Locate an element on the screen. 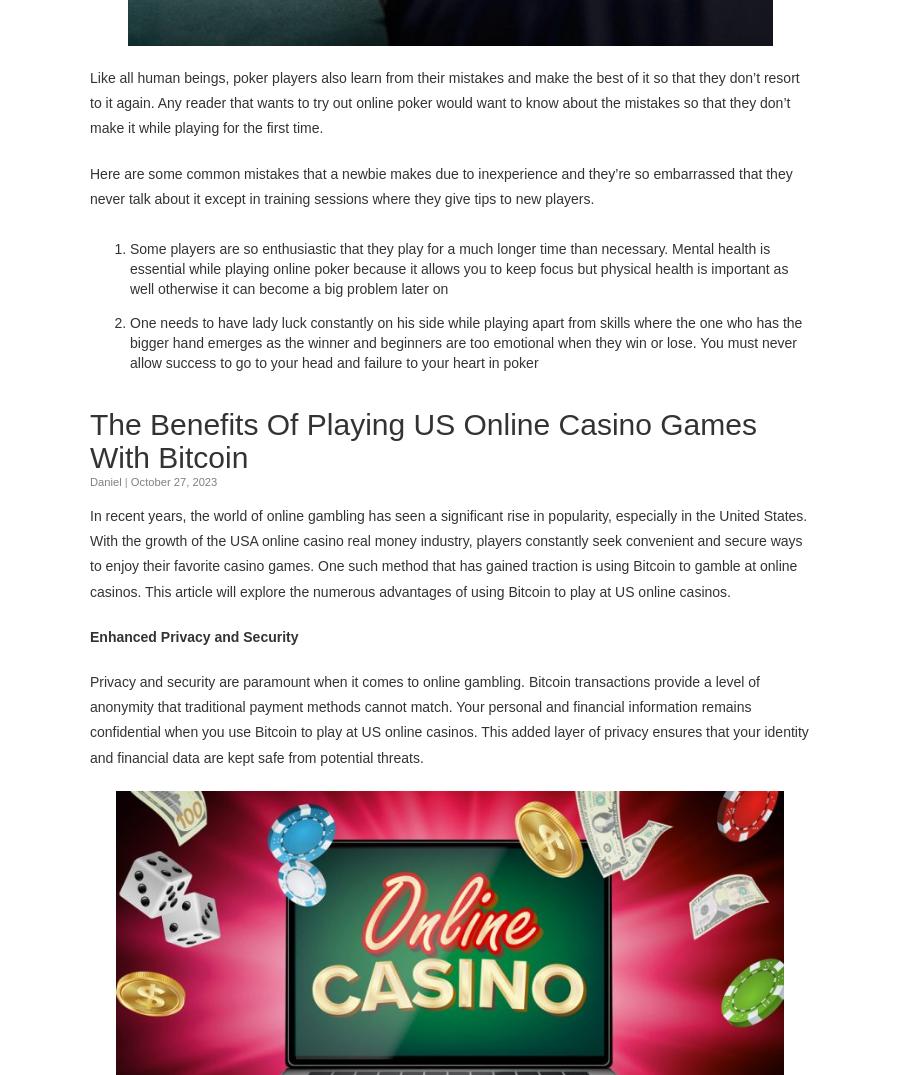 This screenshot has height=1075, width=900. 'Here are some common mistakes that a newbie makes due to inexperience and they’re so embarrassed that they never talk about it except in training sessions where they give tips to new players.' is located at coordinates (89, 184).